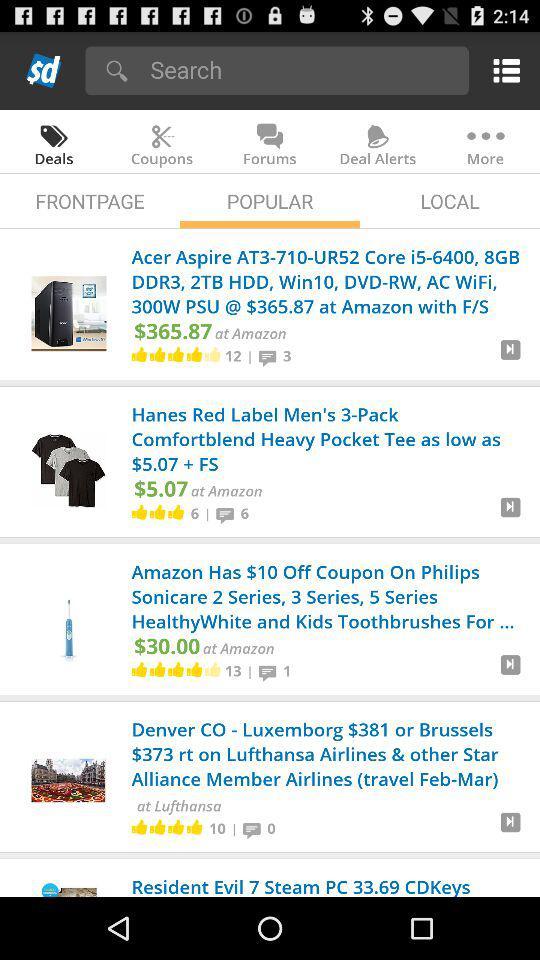 This screenshot has height=960, width=540. What do you see at coordinates (89, 201) in the screenshot?
I see `the item next to popular icon` at bounding box center [89, 201].